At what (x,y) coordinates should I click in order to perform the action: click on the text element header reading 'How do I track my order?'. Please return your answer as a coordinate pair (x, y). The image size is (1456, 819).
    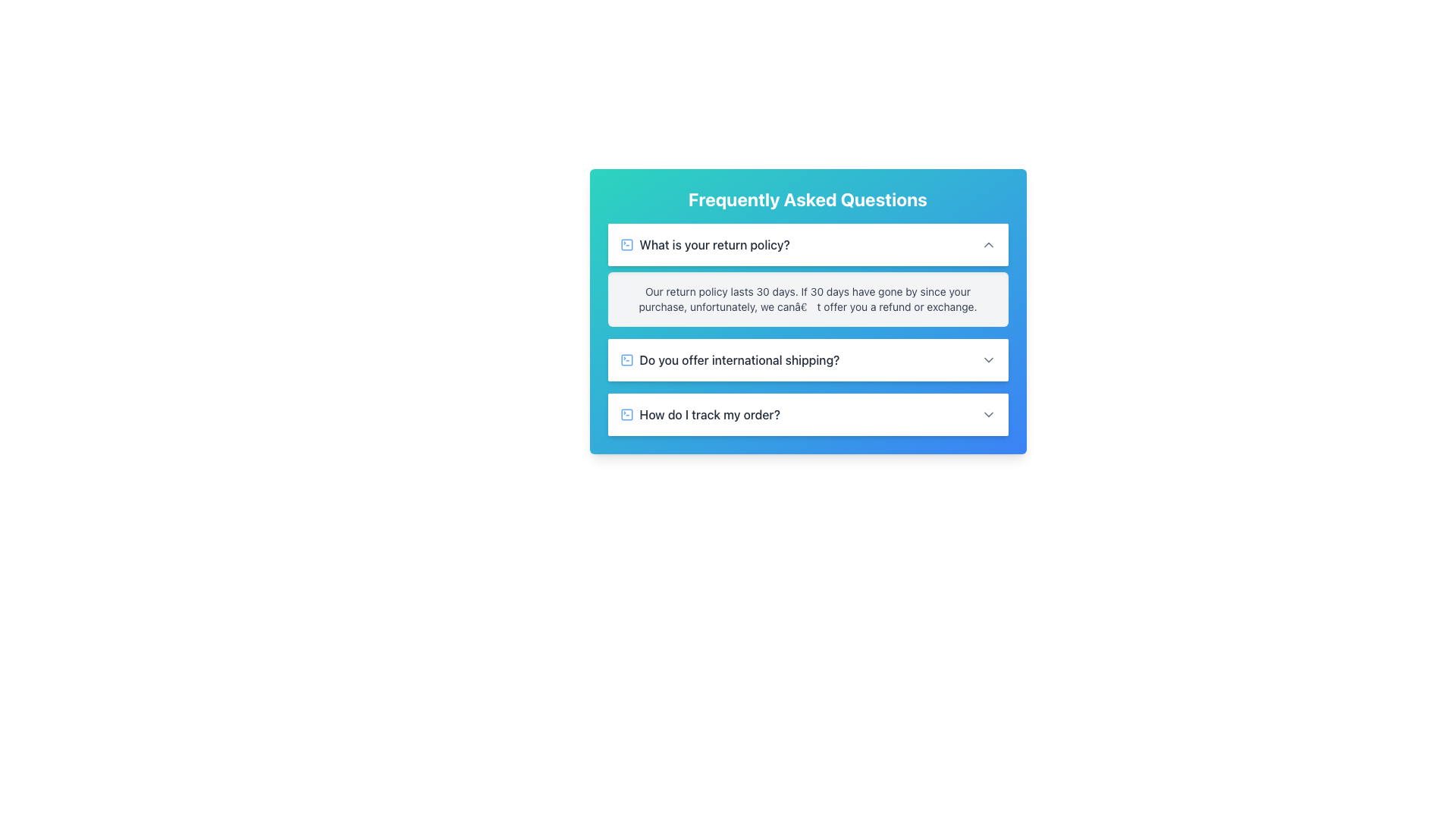
    Looking at the image, I should click on (709, 415).